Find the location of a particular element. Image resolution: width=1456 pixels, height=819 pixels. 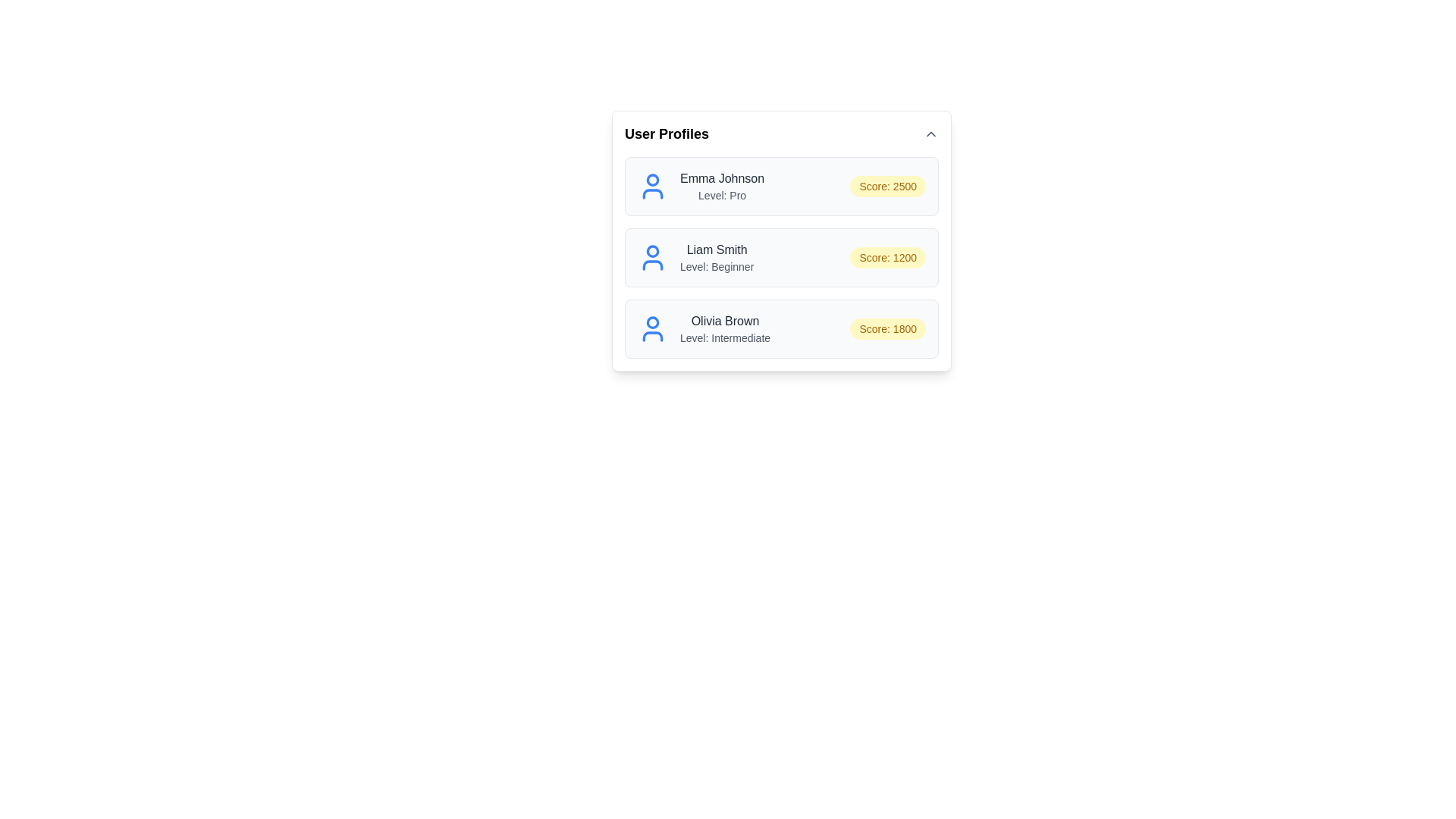

the bottom part of the SVG icon representing the user profile for 'Liam Smith' in the user list component is located at coordinates (652, 265).